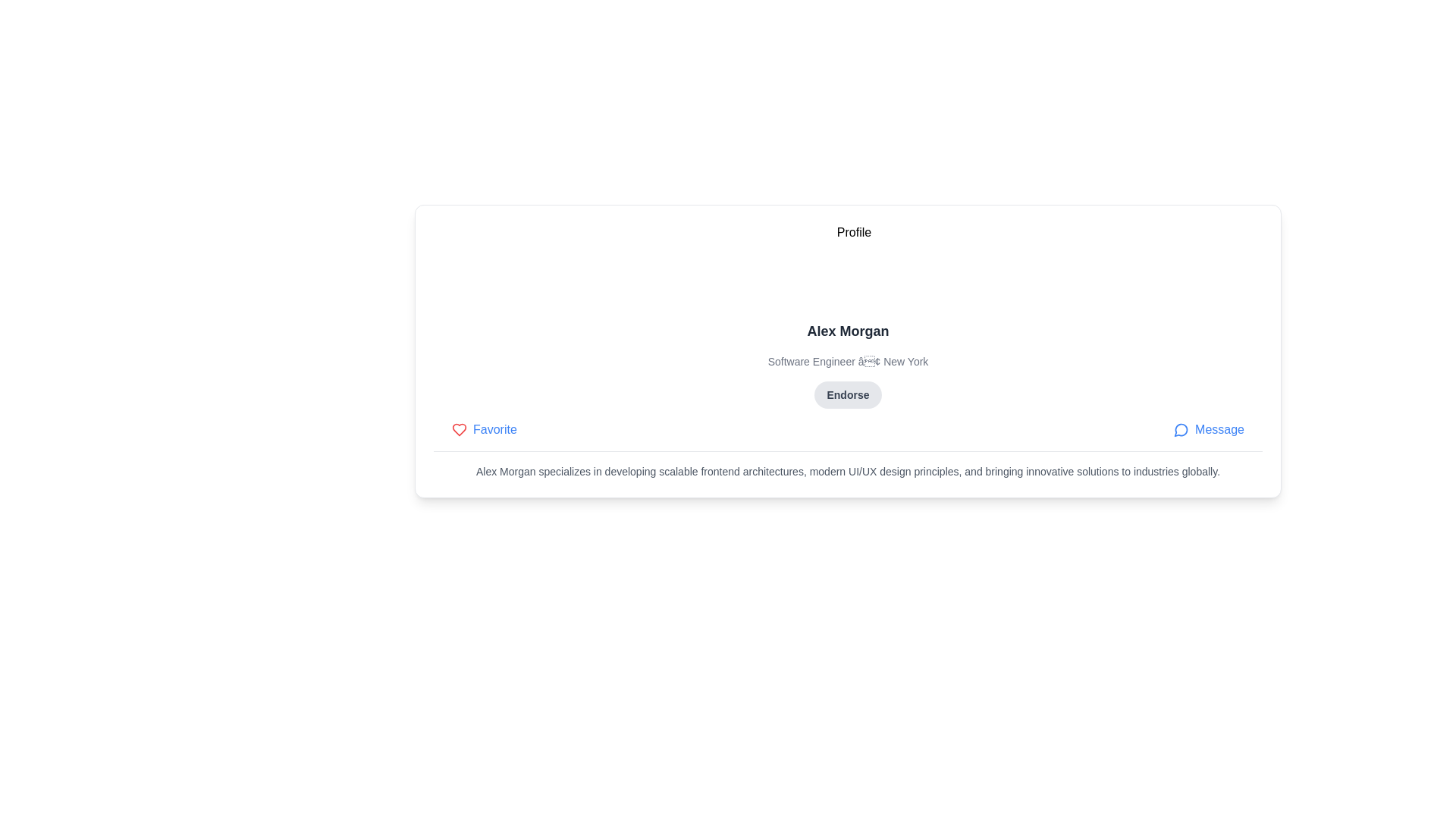 Image resolution: width=1456 pixels, height=819 pixels. Describe the element at coordinates (1219, 430) in the screenshot. I see `the 'Message' text label, which is styled in blue and located in the bottom-right corner of the profile card interface, adjacent to a speech bubble icon` at that location.